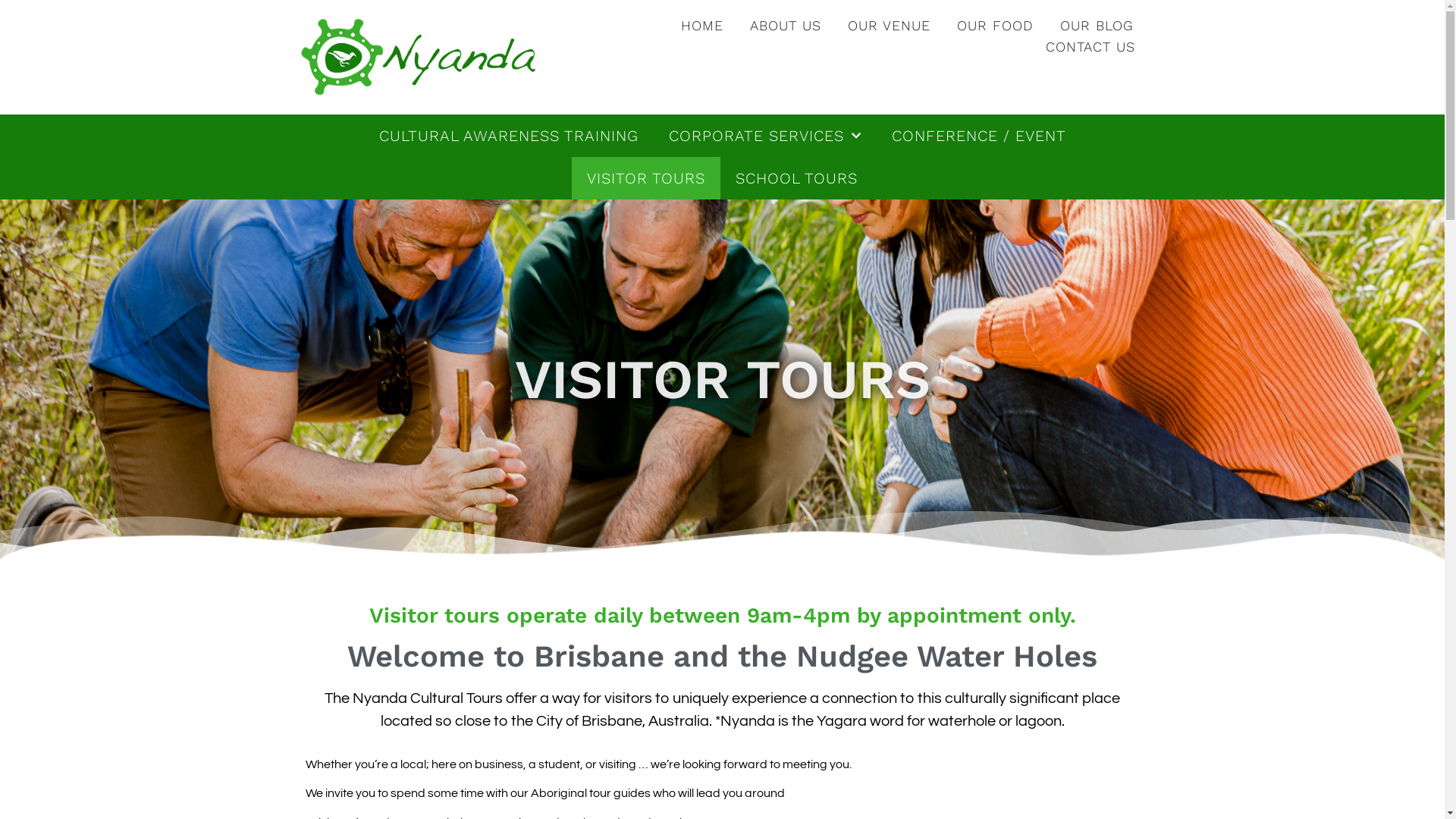 This screenshot has height=819, width=1456. I want to click on 'CONFERENCE / EVENT', so click(979, 134).